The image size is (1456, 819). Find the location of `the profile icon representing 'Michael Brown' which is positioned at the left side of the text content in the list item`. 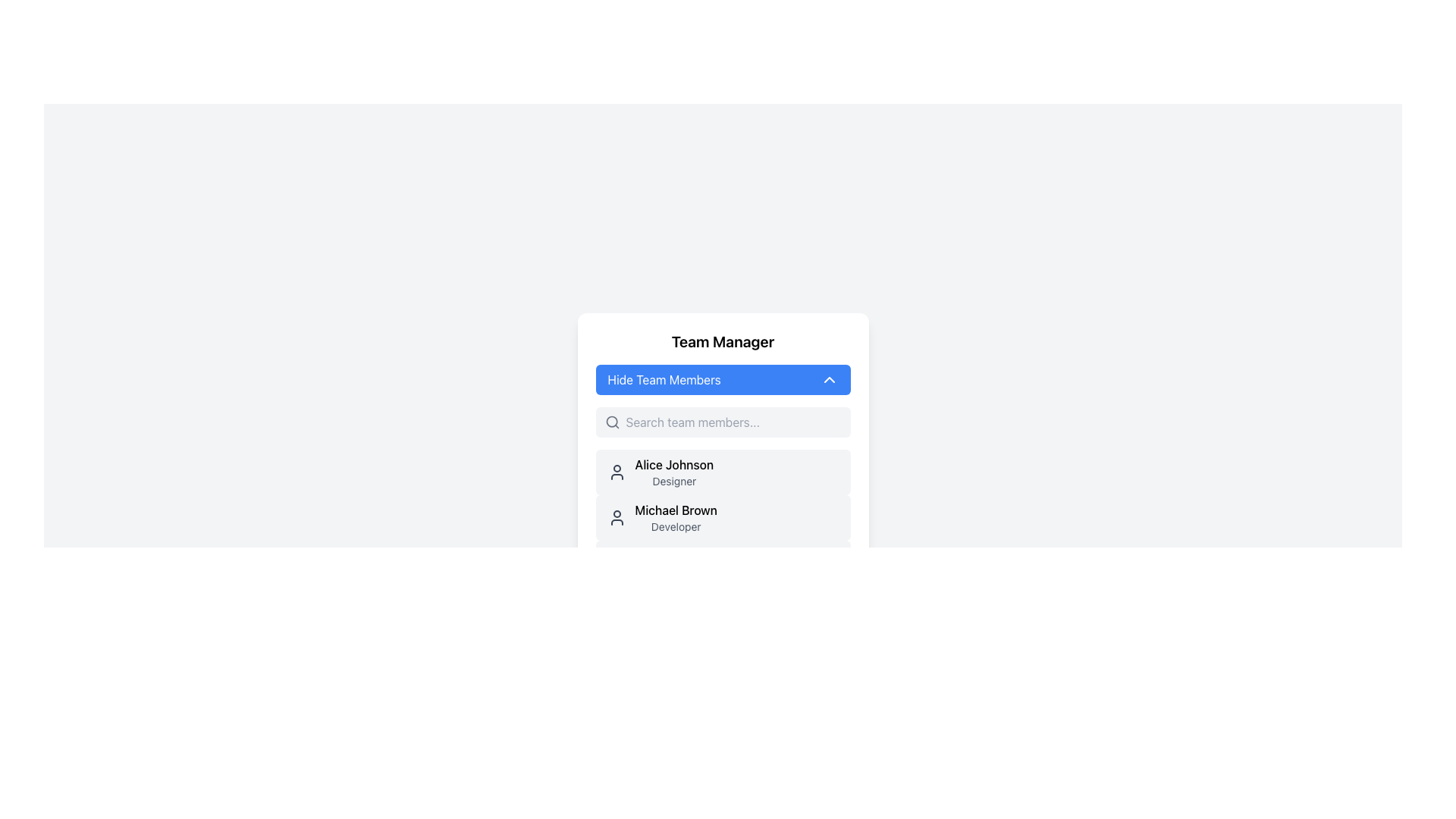

the profile icon representing 'Michael Brown' which is positioned at the left side of the text content in the list item is located at coordinates (617, 516).